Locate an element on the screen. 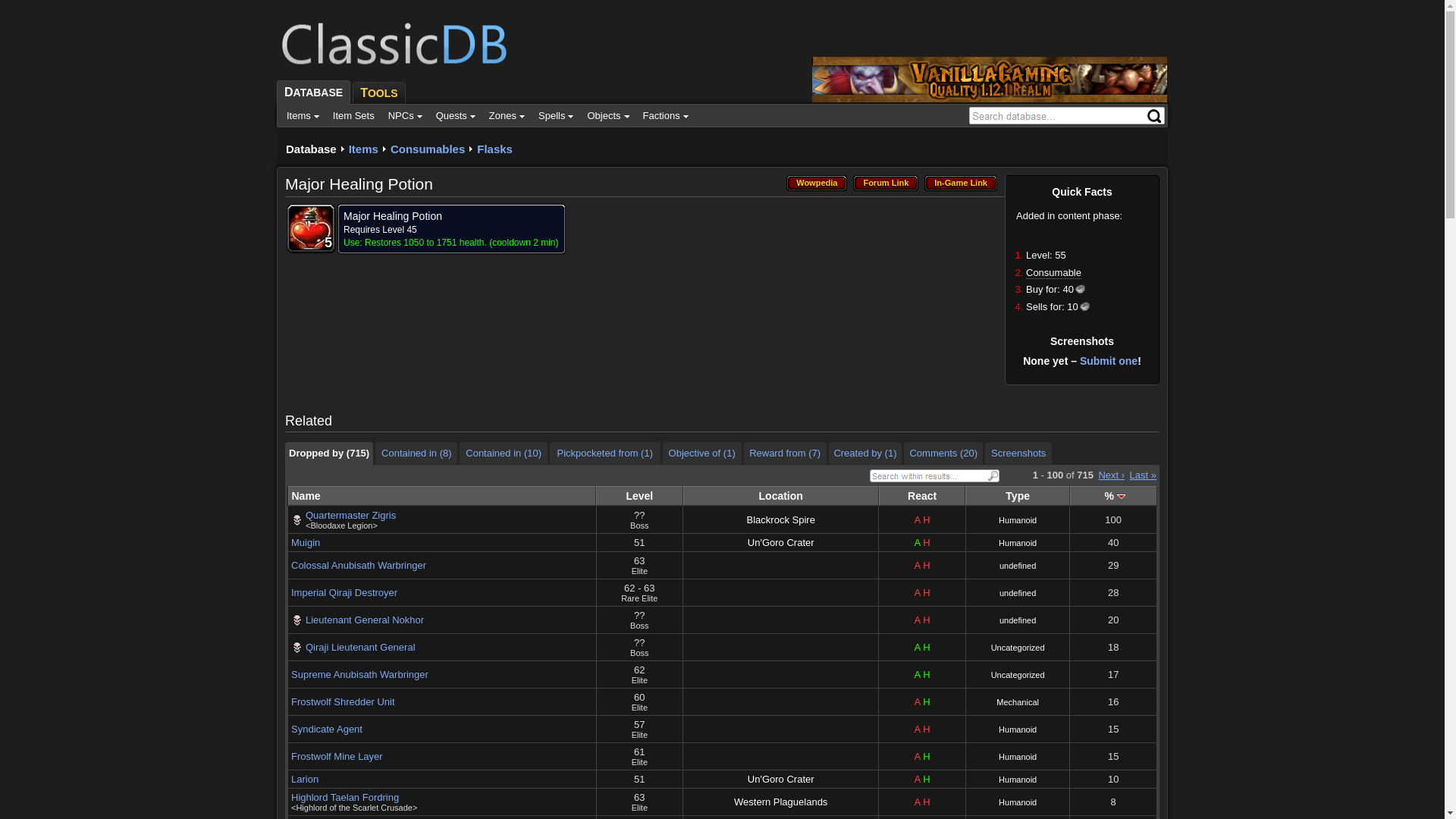  'Wowpedia is located at coordinates (815, 182).